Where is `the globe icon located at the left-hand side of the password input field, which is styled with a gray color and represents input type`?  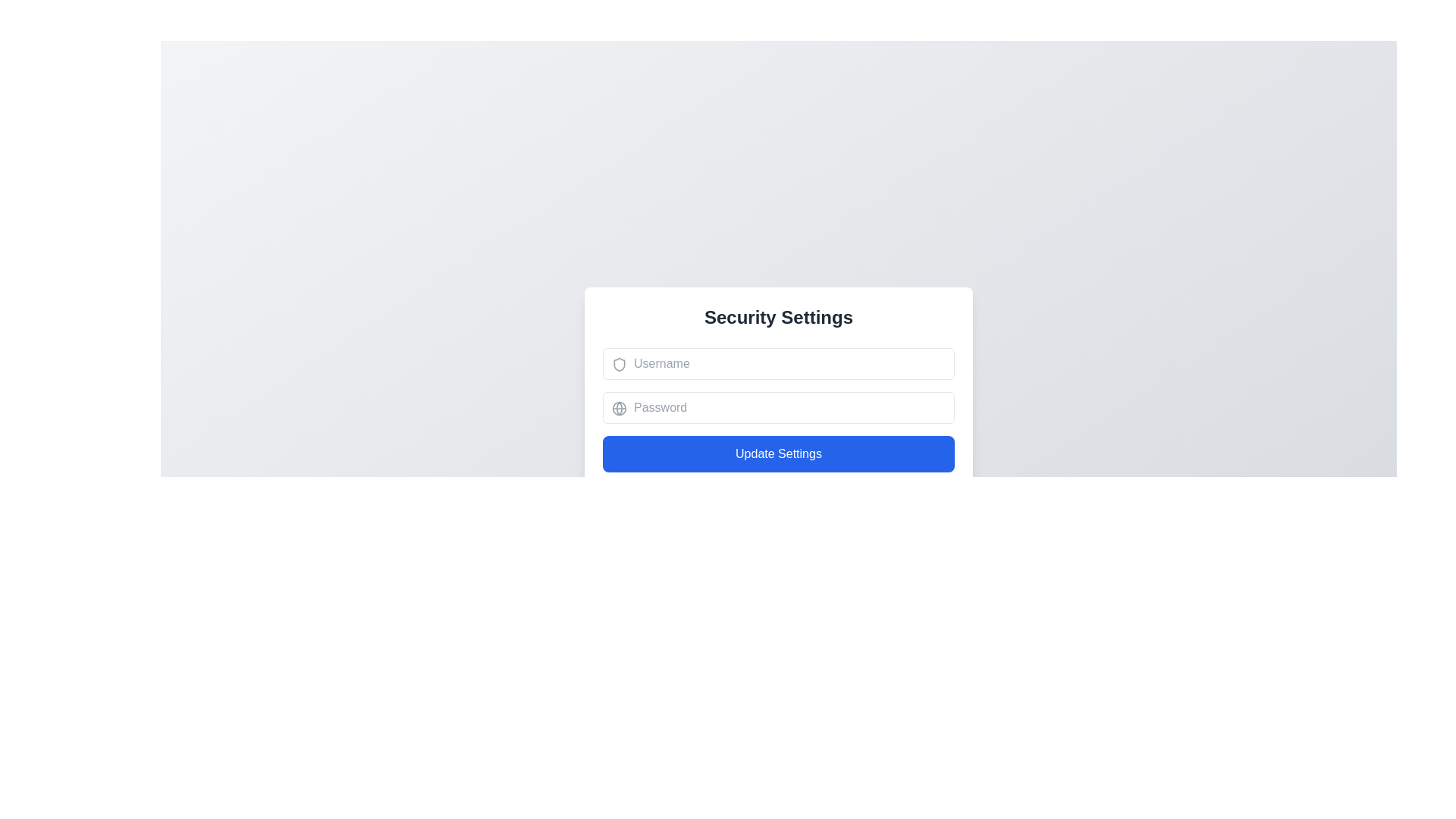 the globe icon located at the left-hand side of the password input field, which is styled with a gray color and represents input type is located at coordinates (619, 406).